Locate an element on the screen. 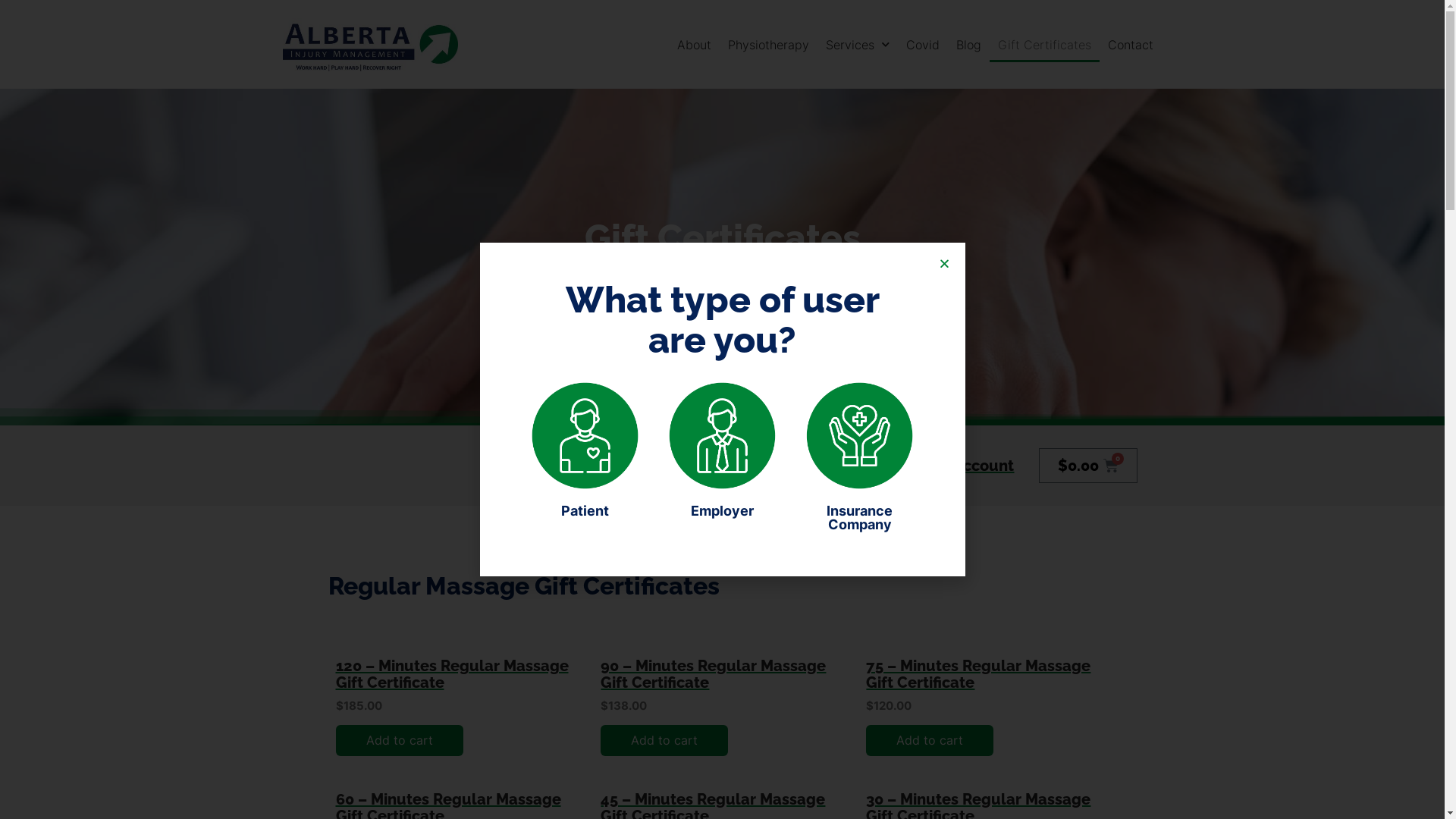  'Covid' is located at coordinates (922, 43).